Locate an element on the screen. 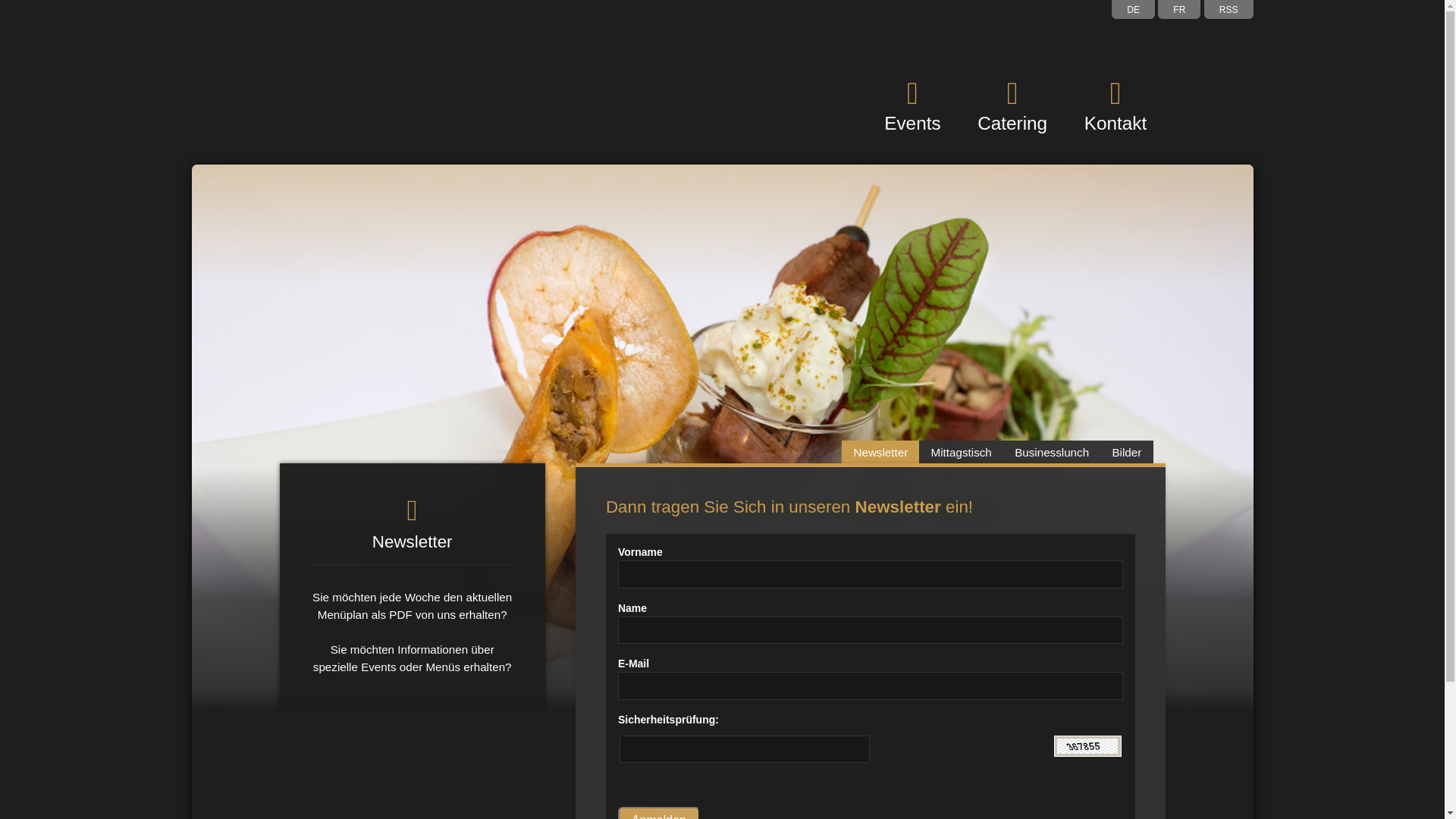 Image resolution: width=1456 pixels, height=819 pixels. 'RSS' is located at coordinates (1228, 9).